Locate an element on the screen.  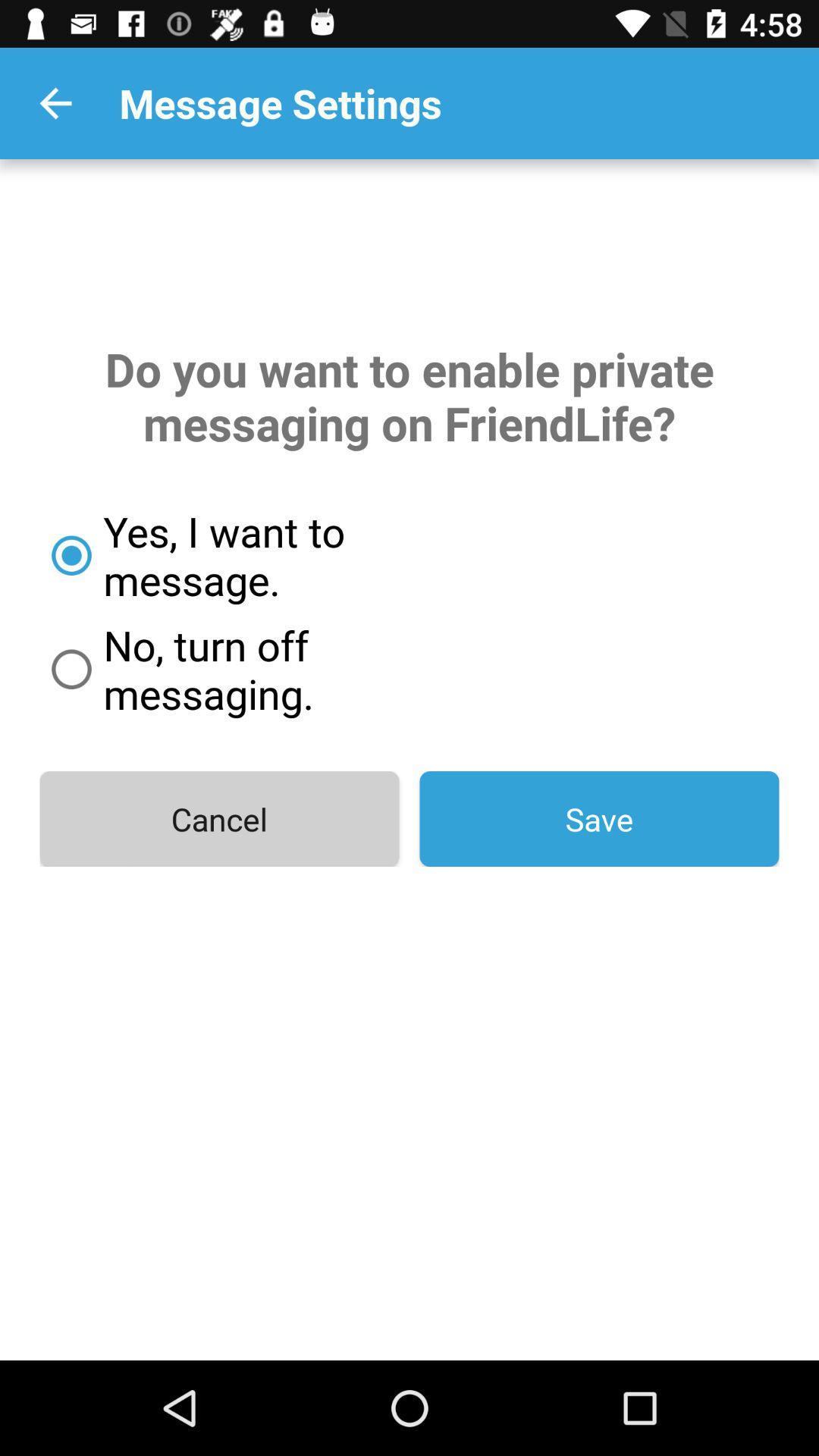
the item next to save is located at coordinates (219, 818).